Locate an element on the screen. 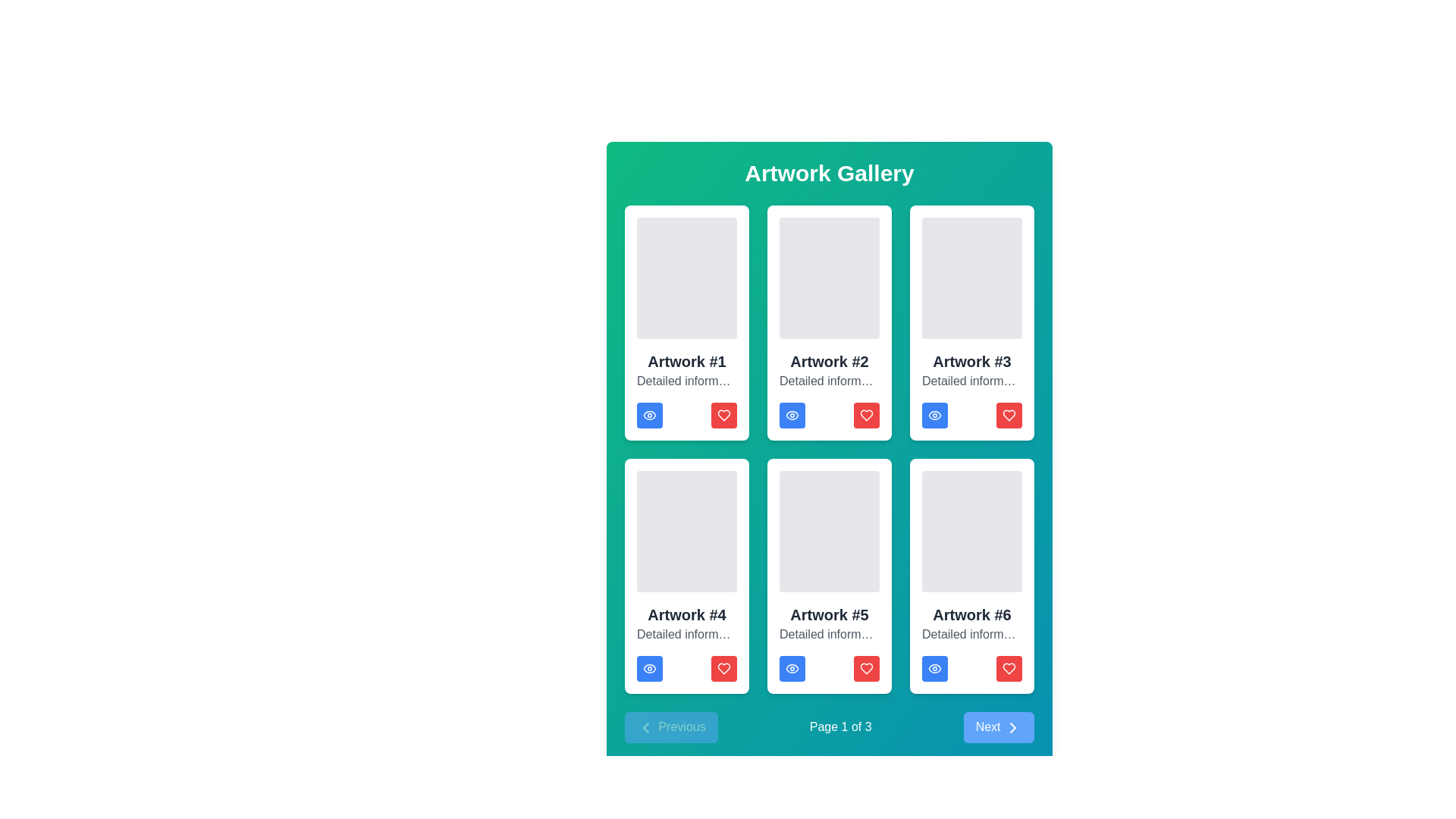 The width and height of the screenshot is (1456, 819). the right-facing chevron icon located at the far right side of the blue 'Next' button is located at coordinates (1012, 726).